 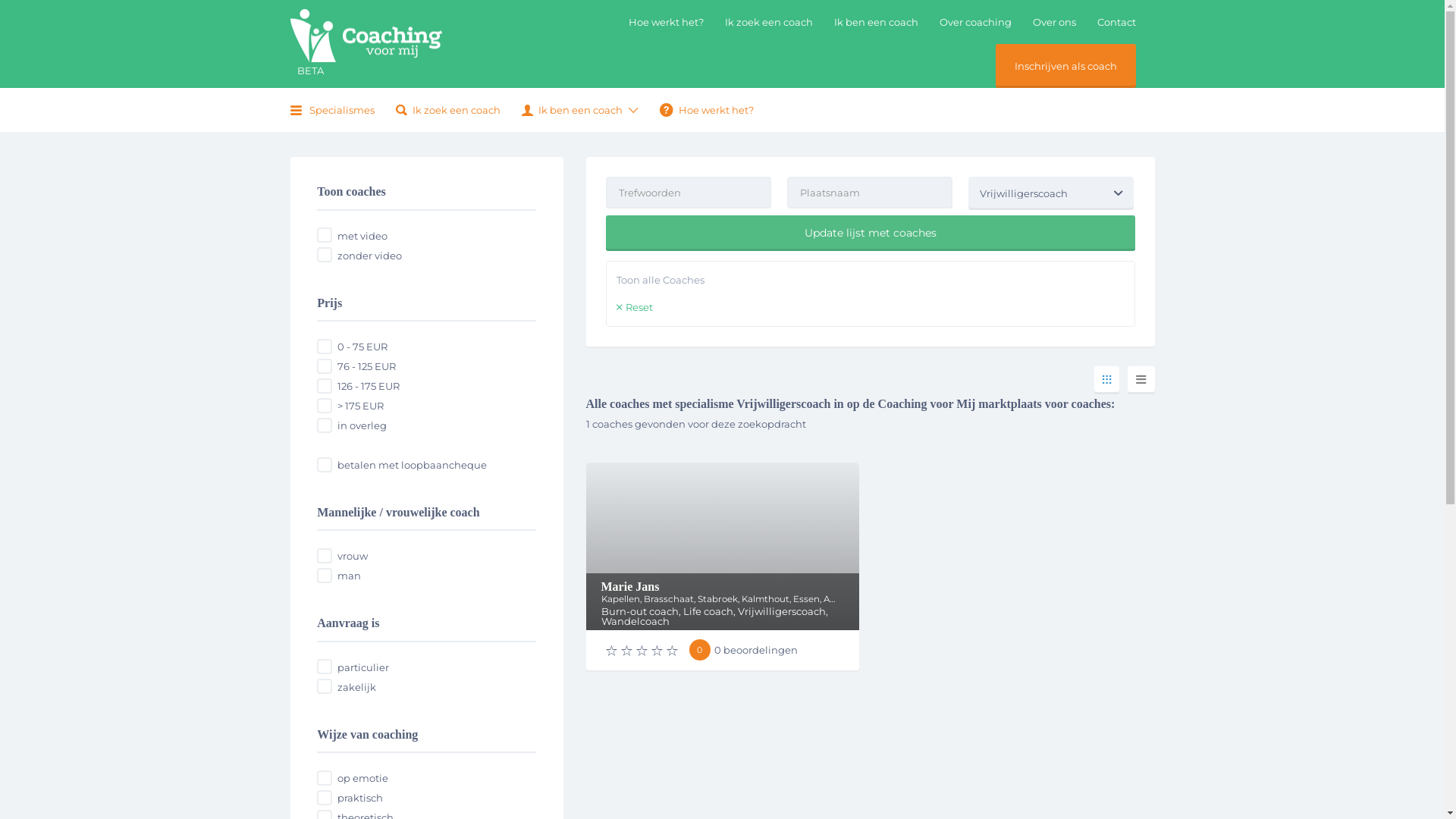 What do you see at coordinates (1050, 192) in the screenshot?
I see `'Vrijwilligerscoach'` at bounding box center [1050, 192].